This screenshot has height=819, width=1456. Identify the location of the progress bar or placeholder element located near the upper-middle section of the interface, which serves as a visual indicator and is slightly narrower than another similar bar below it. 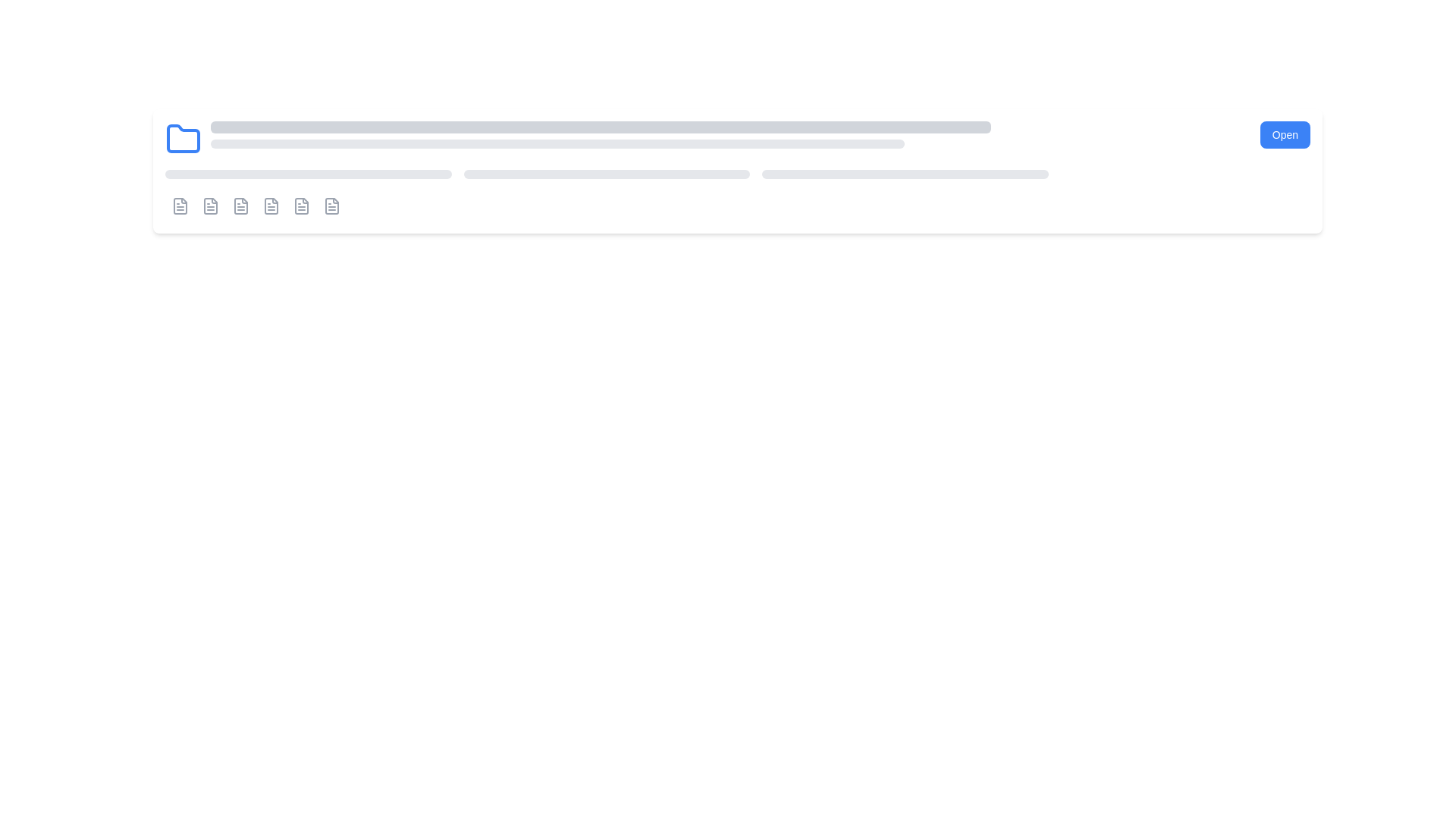
(600, 127).